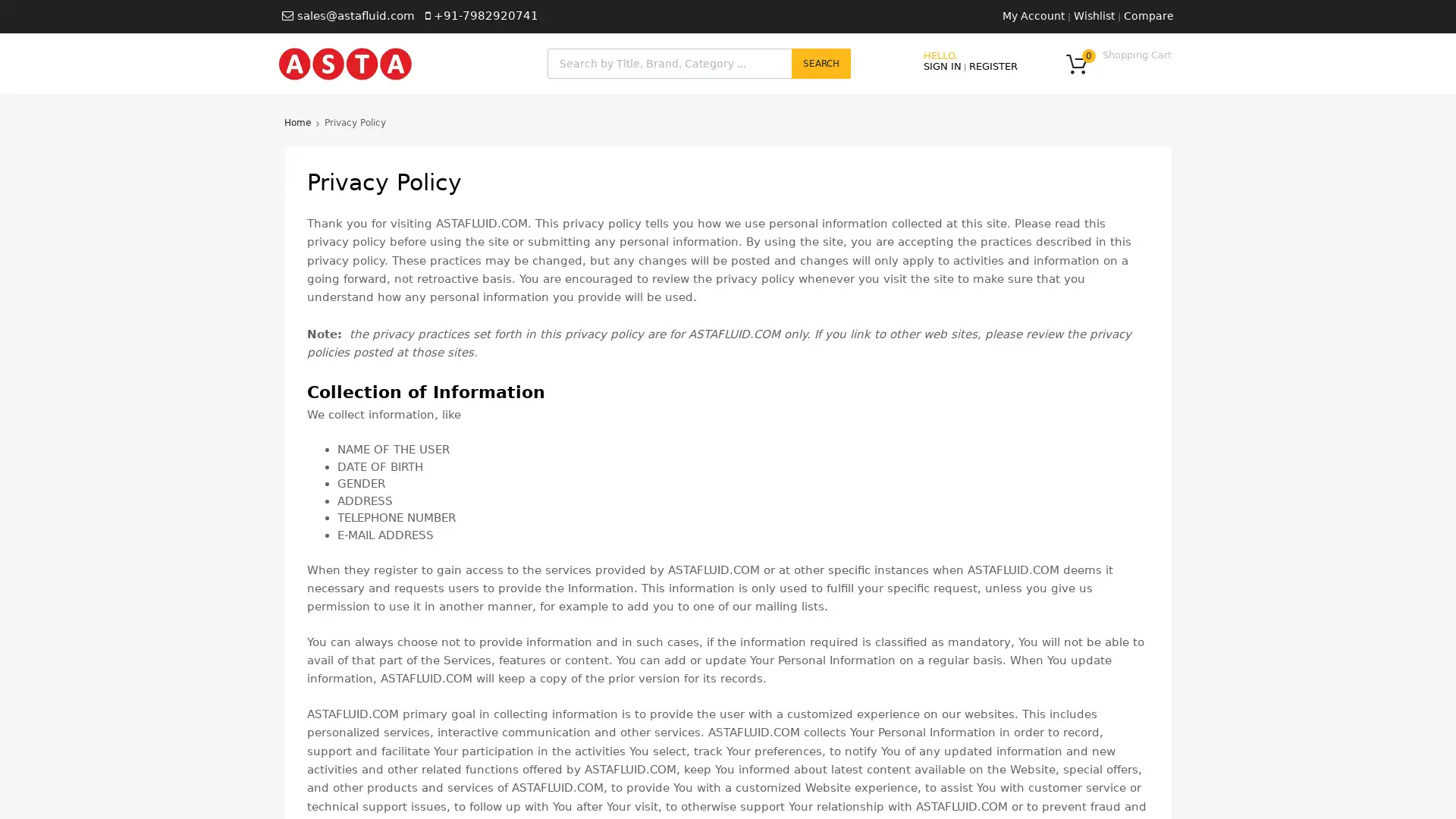  I want to click on Search, so click(821, 63).